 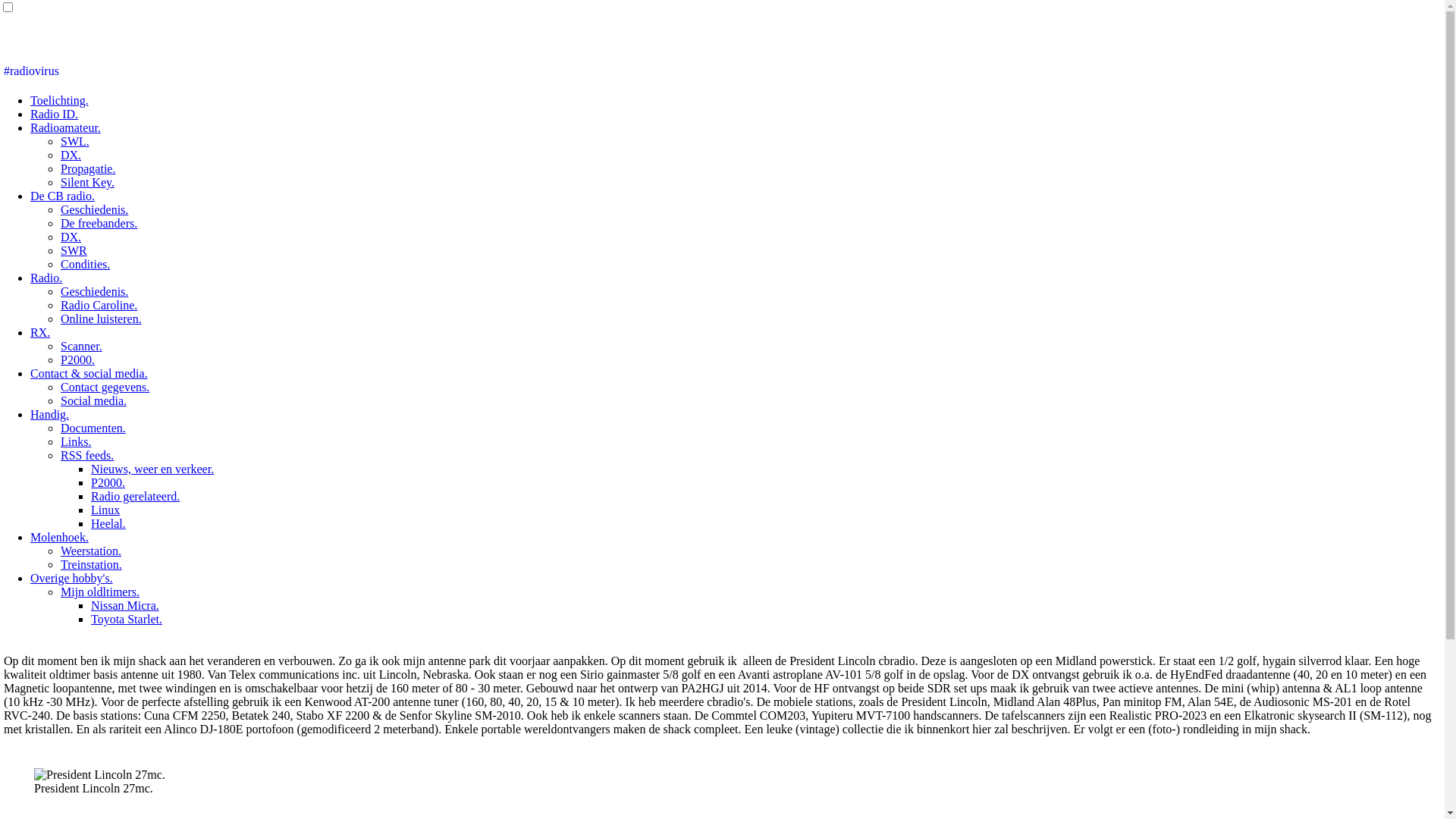 I want to click on 'Scanner.', so click(x=80, y=346).